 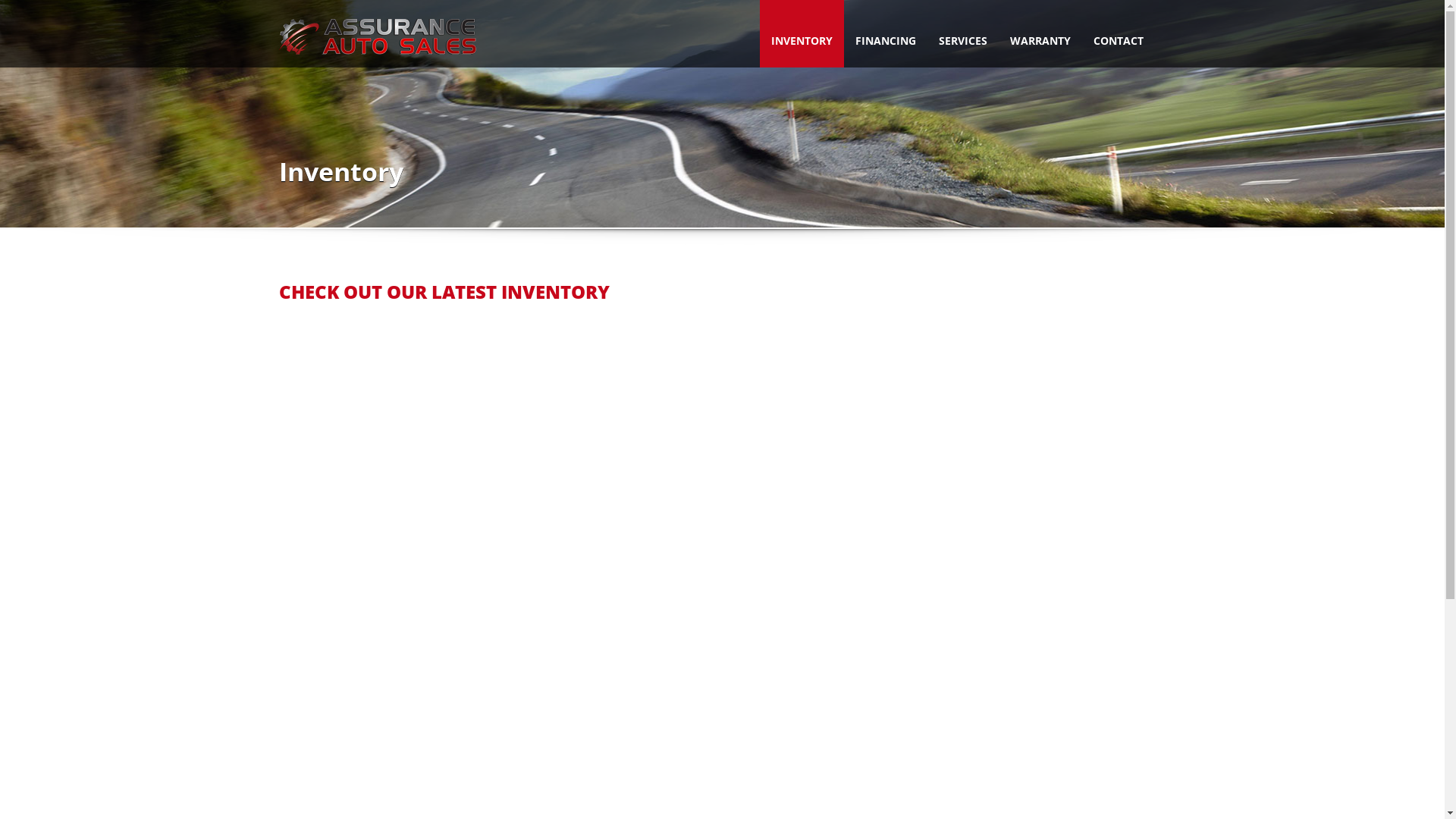 I want to click on 'INVENTORY', so click(x=801, y=33).